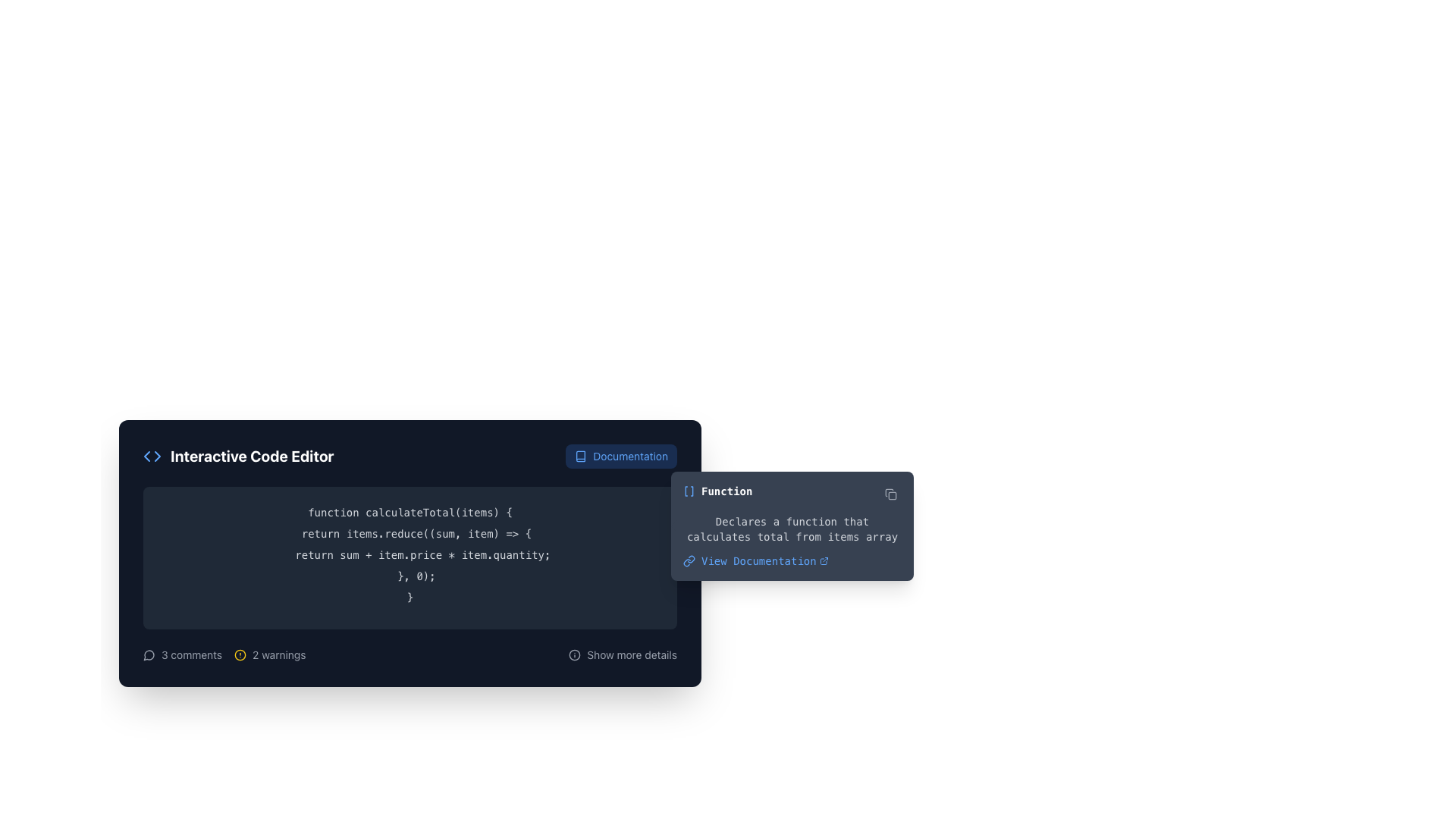 This screenshot has height=819, width=1456. What do you see at coordinates (410, 576) in the screenshot?
I see `the text element displaying '}, 0);' in the code editor, styled in light gray and positioned towards the bottom of the code block` at bounding box center [410, 576].